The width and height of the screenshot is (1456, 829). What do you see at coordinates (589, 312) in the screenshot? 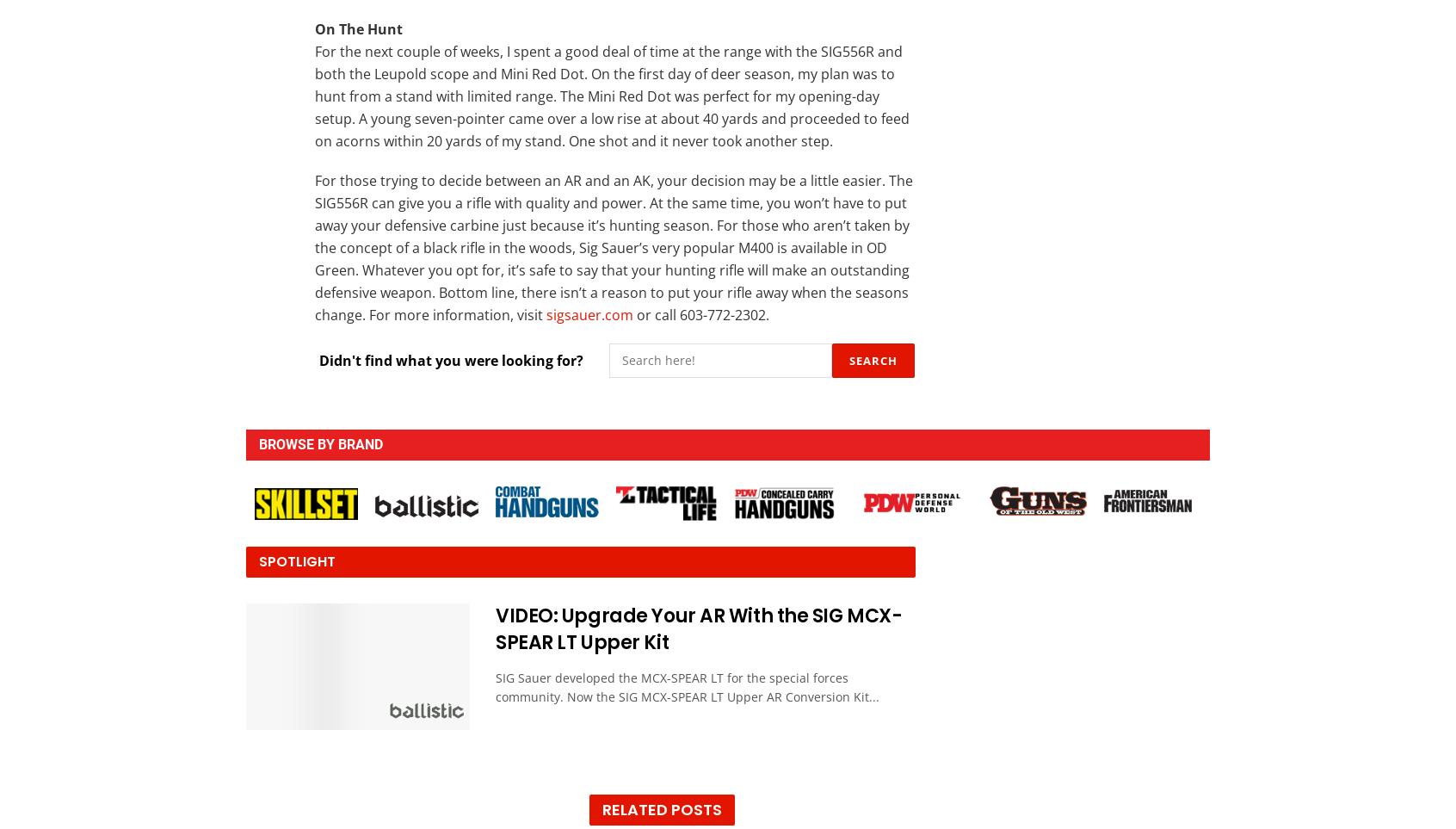
I see `'sigsauer.com'` at bounding box center [589, 312].